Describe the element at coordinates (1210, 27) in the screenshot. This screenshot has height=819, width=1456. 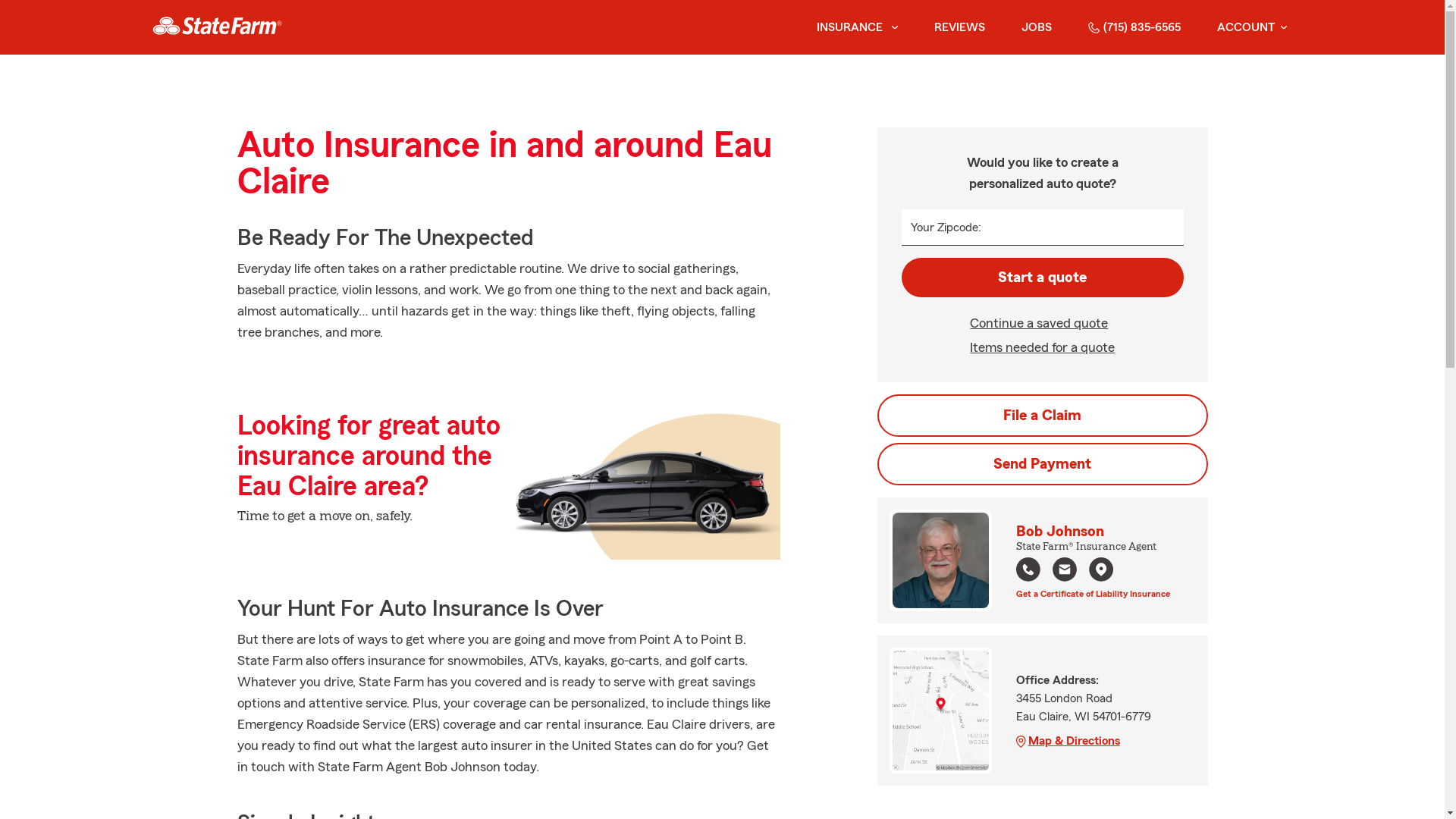
I see `'ACCOUNT'` at that location.